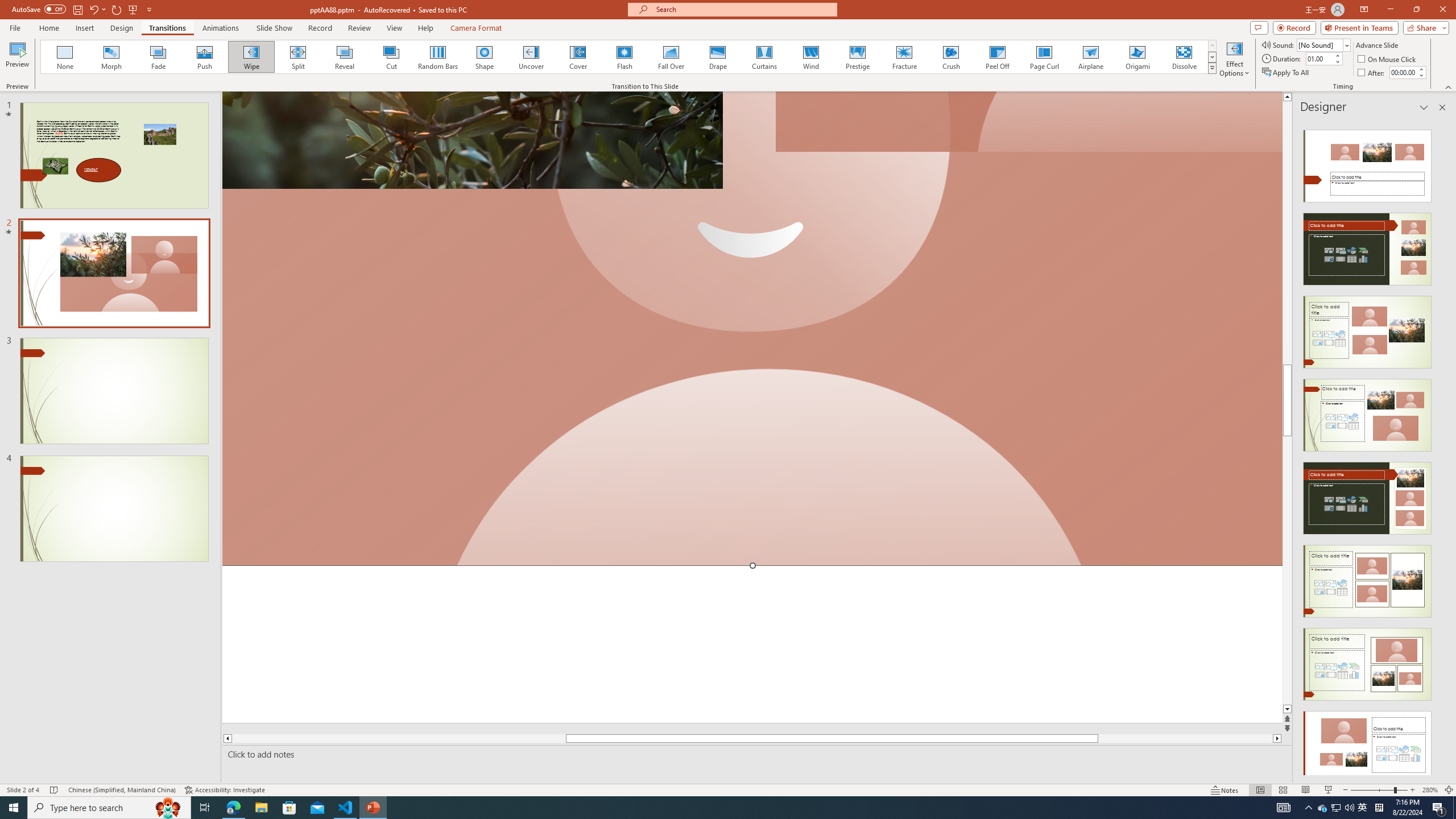  I want to click on 'Crush', so click(950, 56).